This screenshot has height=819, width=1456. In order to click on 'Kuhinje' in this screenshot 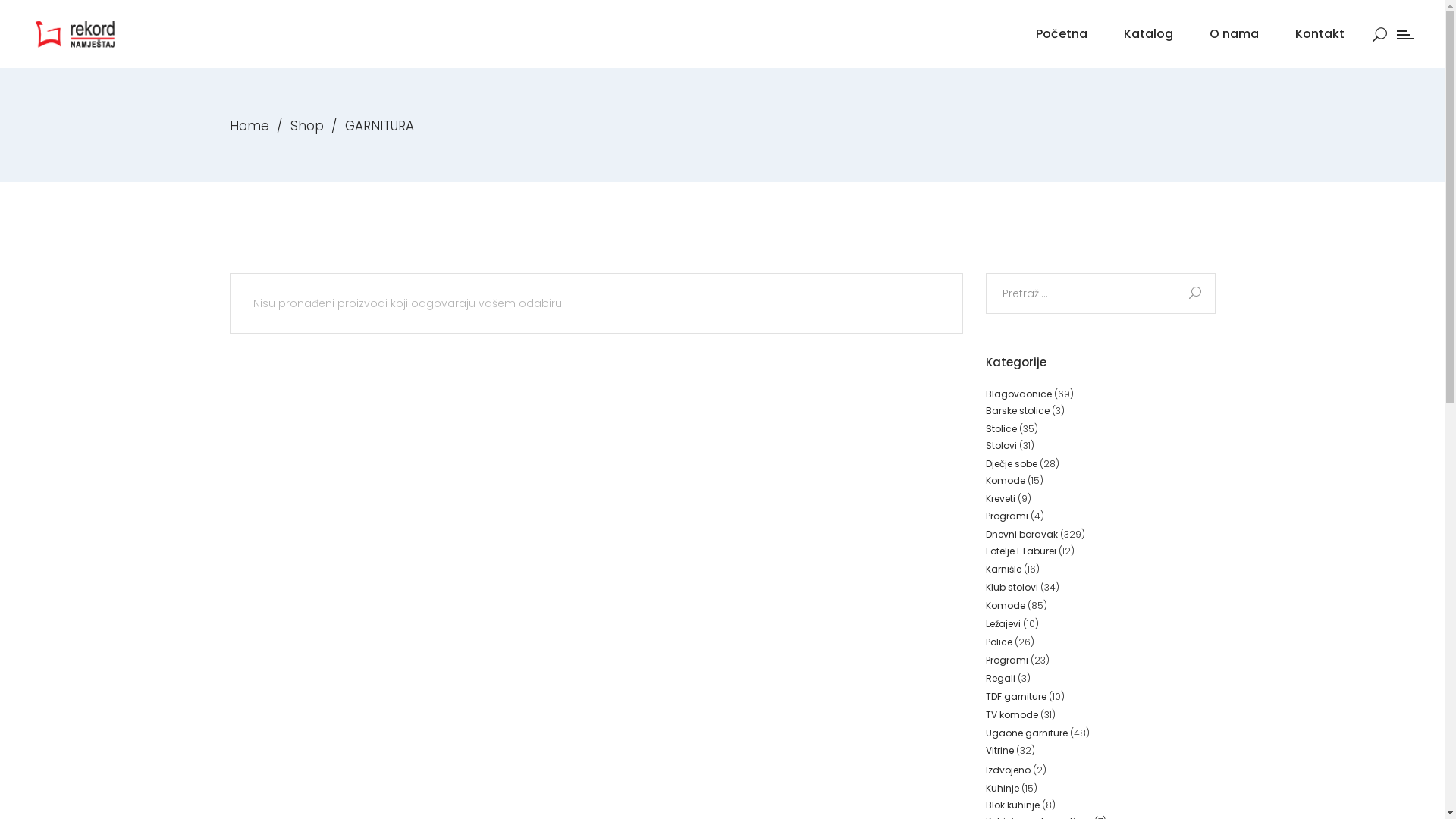, I will do `click(1002, 787)`.